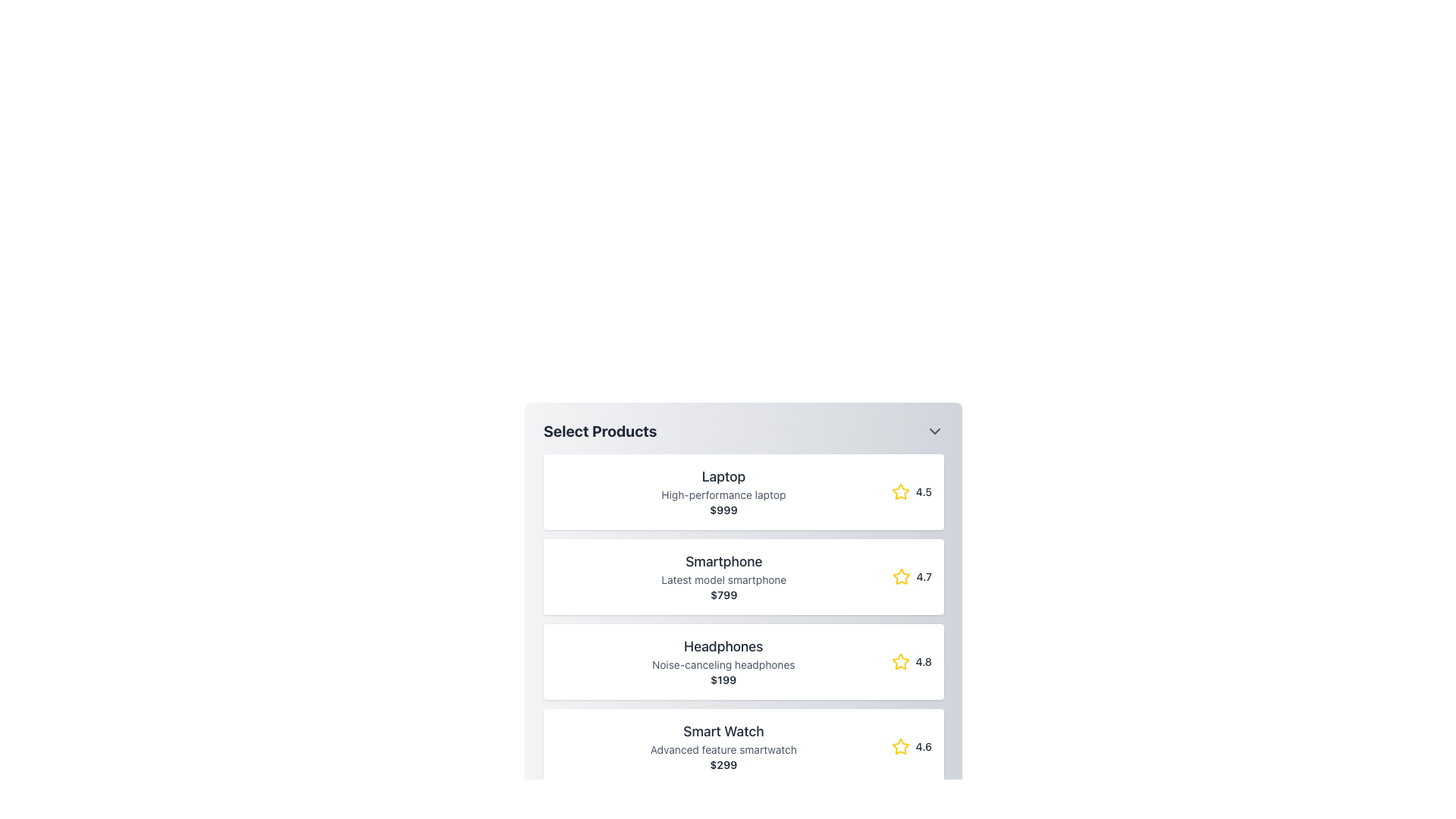  What do you see at coordinates (743, 620) in the screenshot?
I see `the second list item under the header 'Select Products'` at bounding box center [743, 620].